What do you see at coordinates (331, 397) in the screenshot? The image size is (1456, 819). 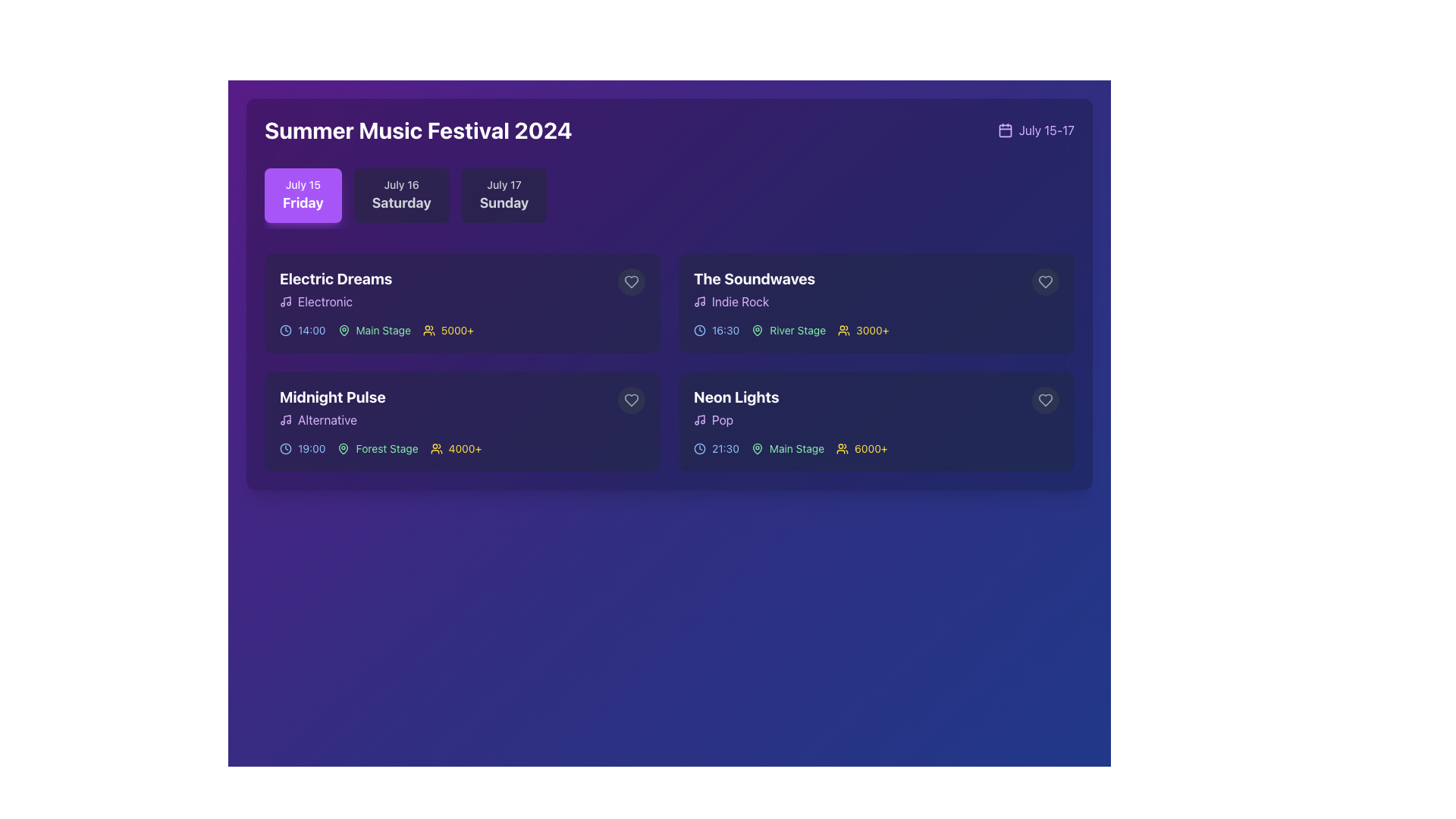 I see `the text label that serves as the title for the event 'Midnight Pulse', which is positioned at the top of the card displaying event details` at bounding box center [331, 397].